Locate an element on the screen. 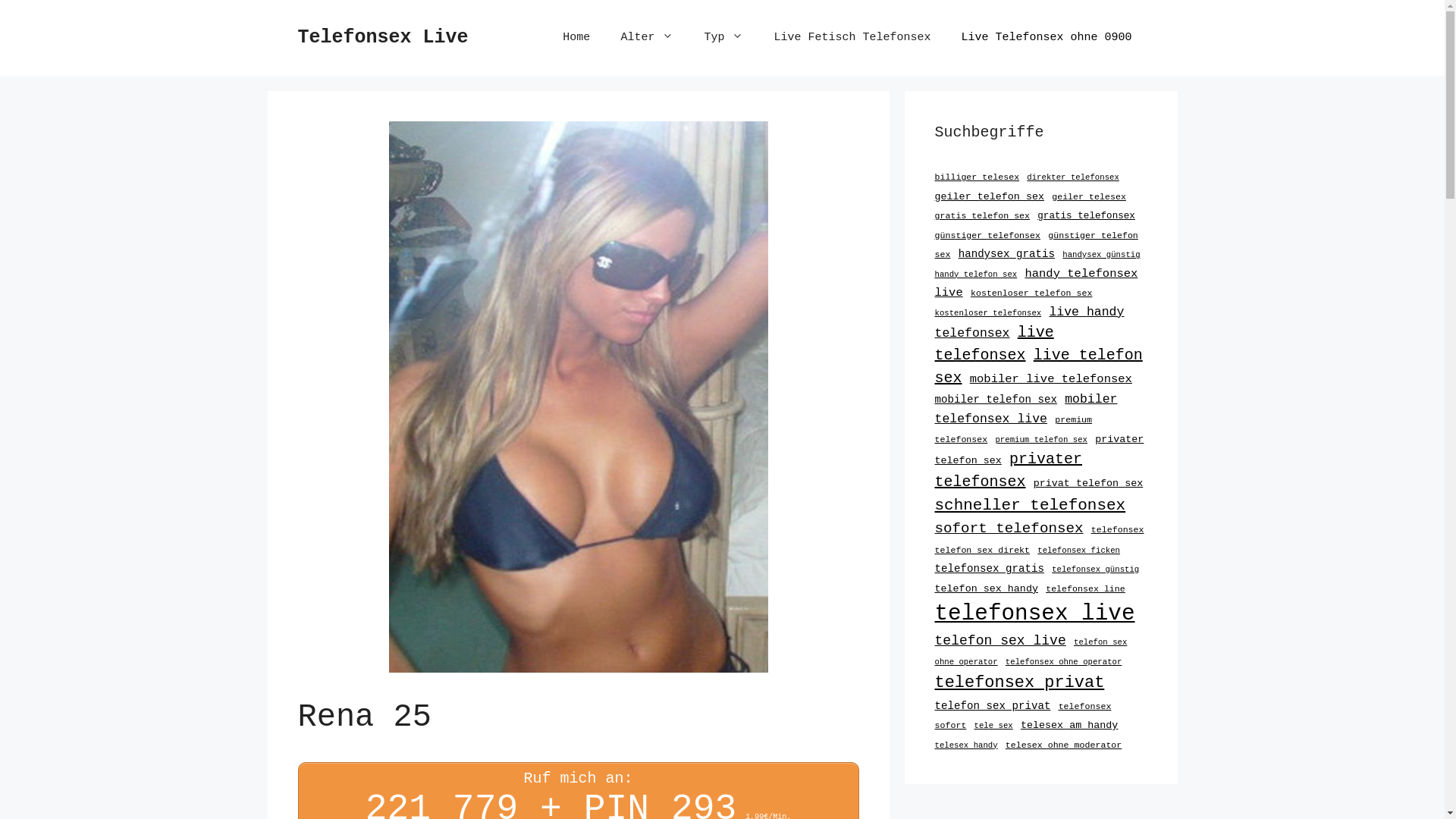  'telefonsex' is located at coordinates (1117, 529).